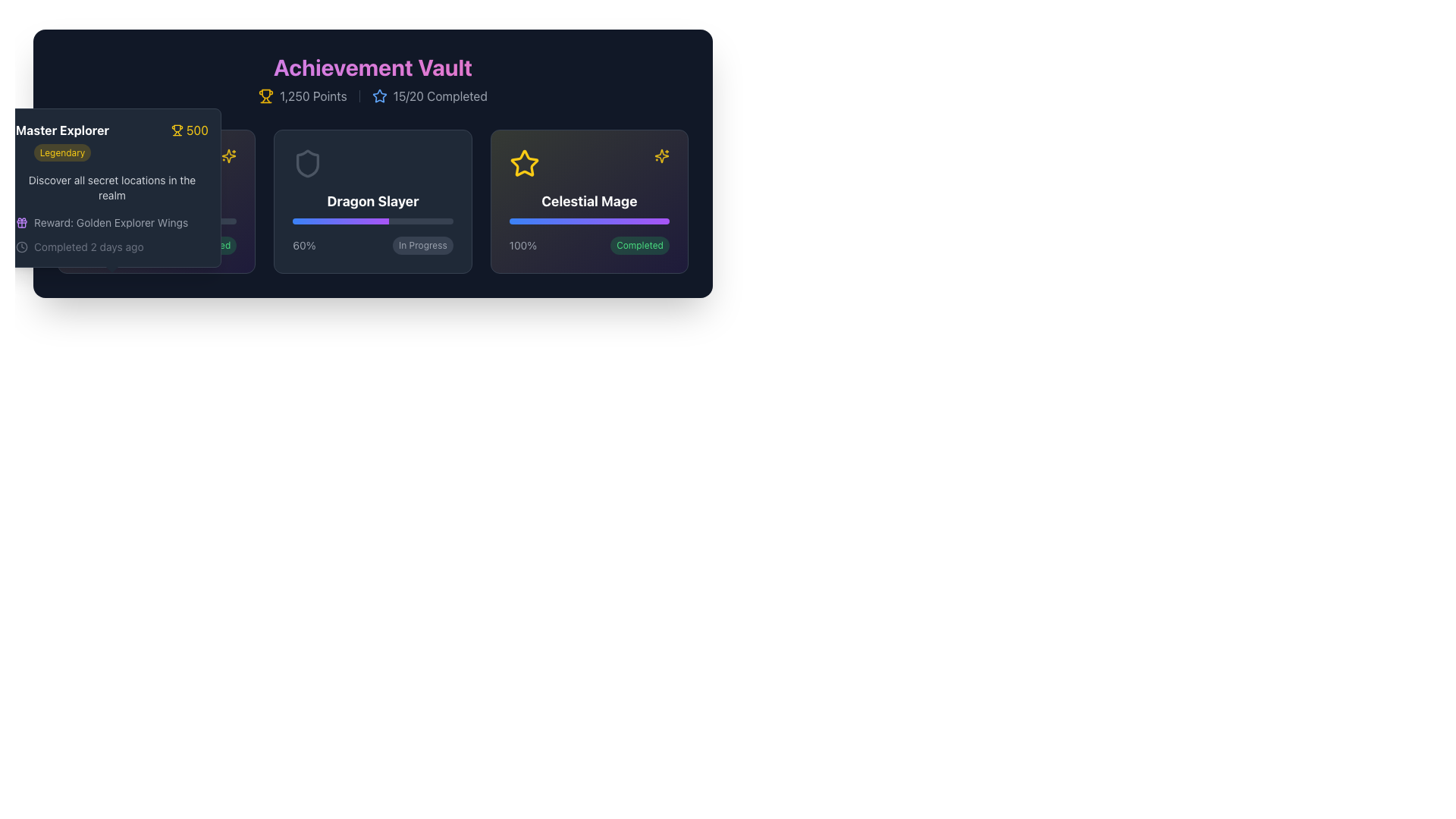  Describe the element at coordinates (662, 155) in the screenshot. I see `the decorative icon of the 'Celestial Mage' achievement card located at the top right inside the card area` at that location.